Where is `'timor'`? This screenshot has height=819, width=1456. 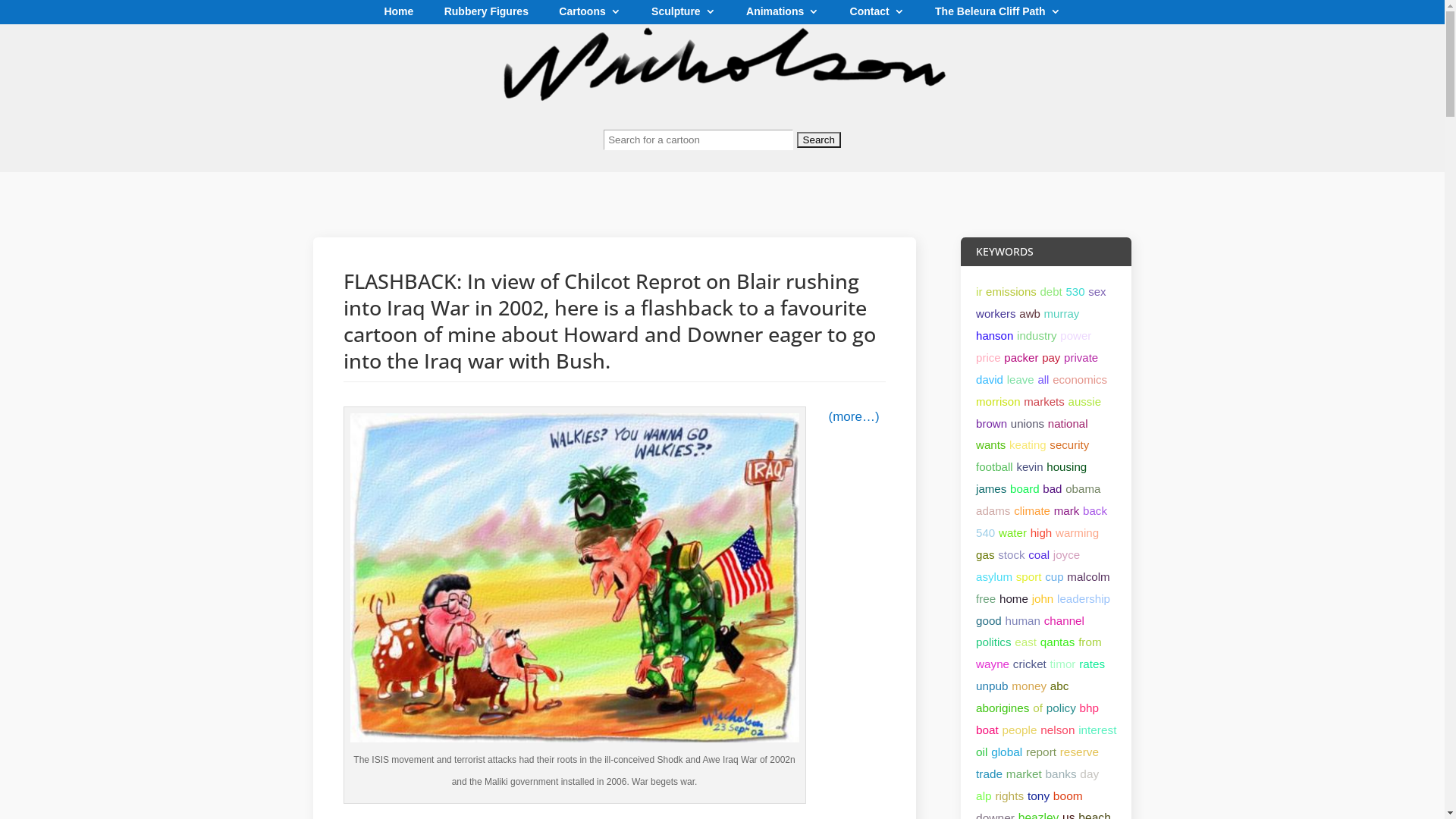 'timor' is located at coordinates (1062, 663).